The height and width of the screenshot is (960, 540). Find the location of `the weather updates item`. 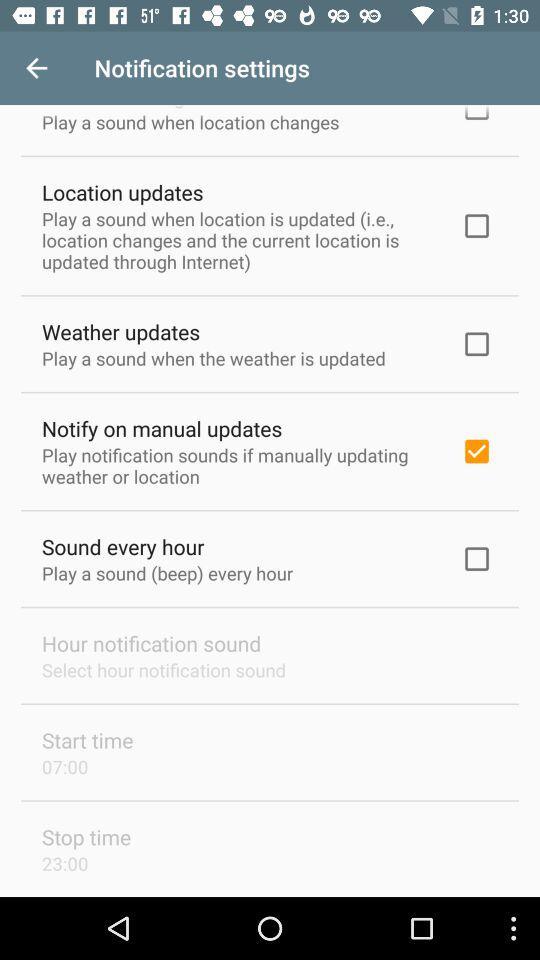

the weather updates item is located at coordinates (121, 331).